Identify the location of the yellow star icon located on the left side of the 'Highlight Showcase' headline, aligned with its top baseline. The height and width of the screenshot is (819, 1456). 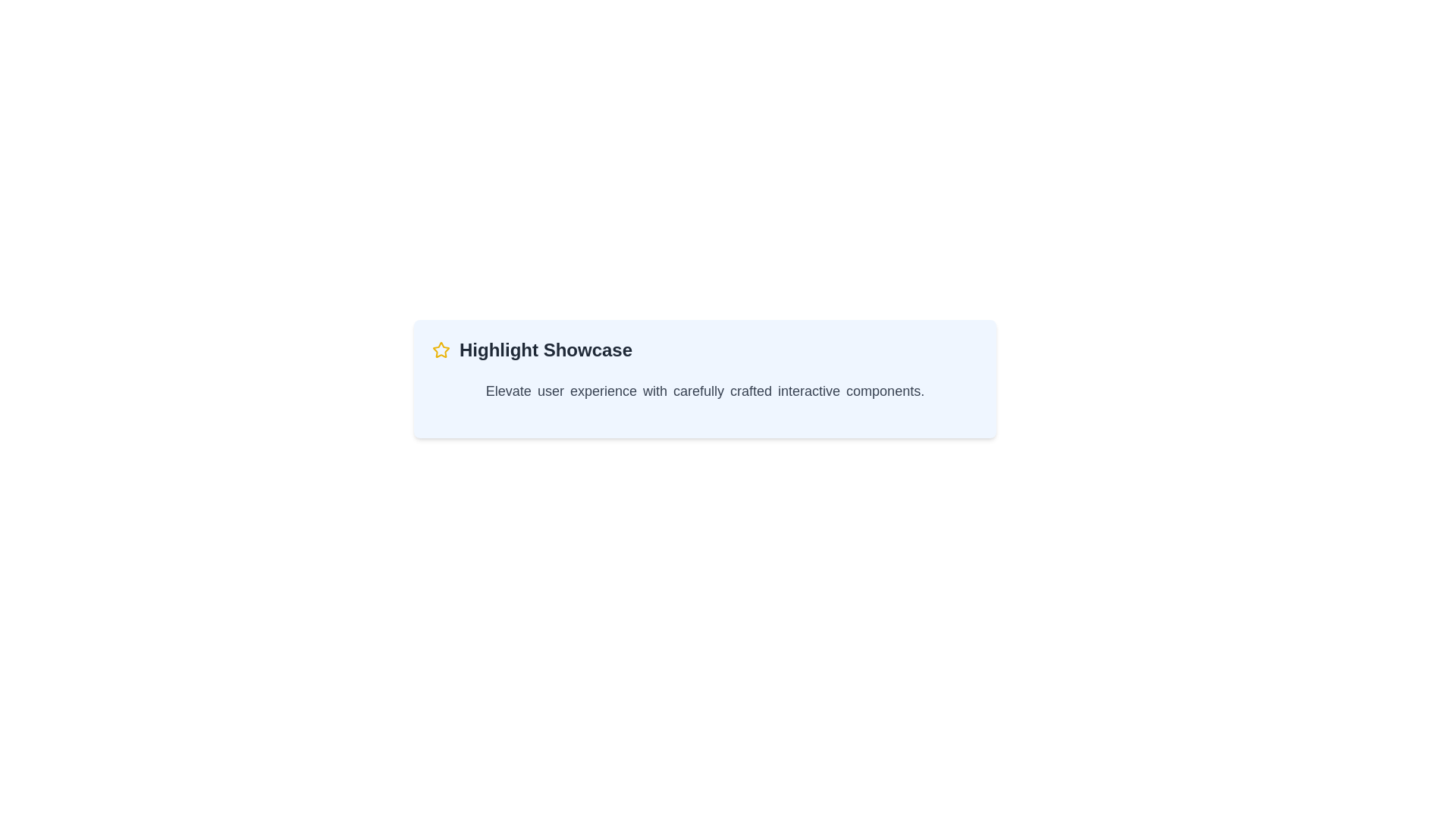
(440, 350).